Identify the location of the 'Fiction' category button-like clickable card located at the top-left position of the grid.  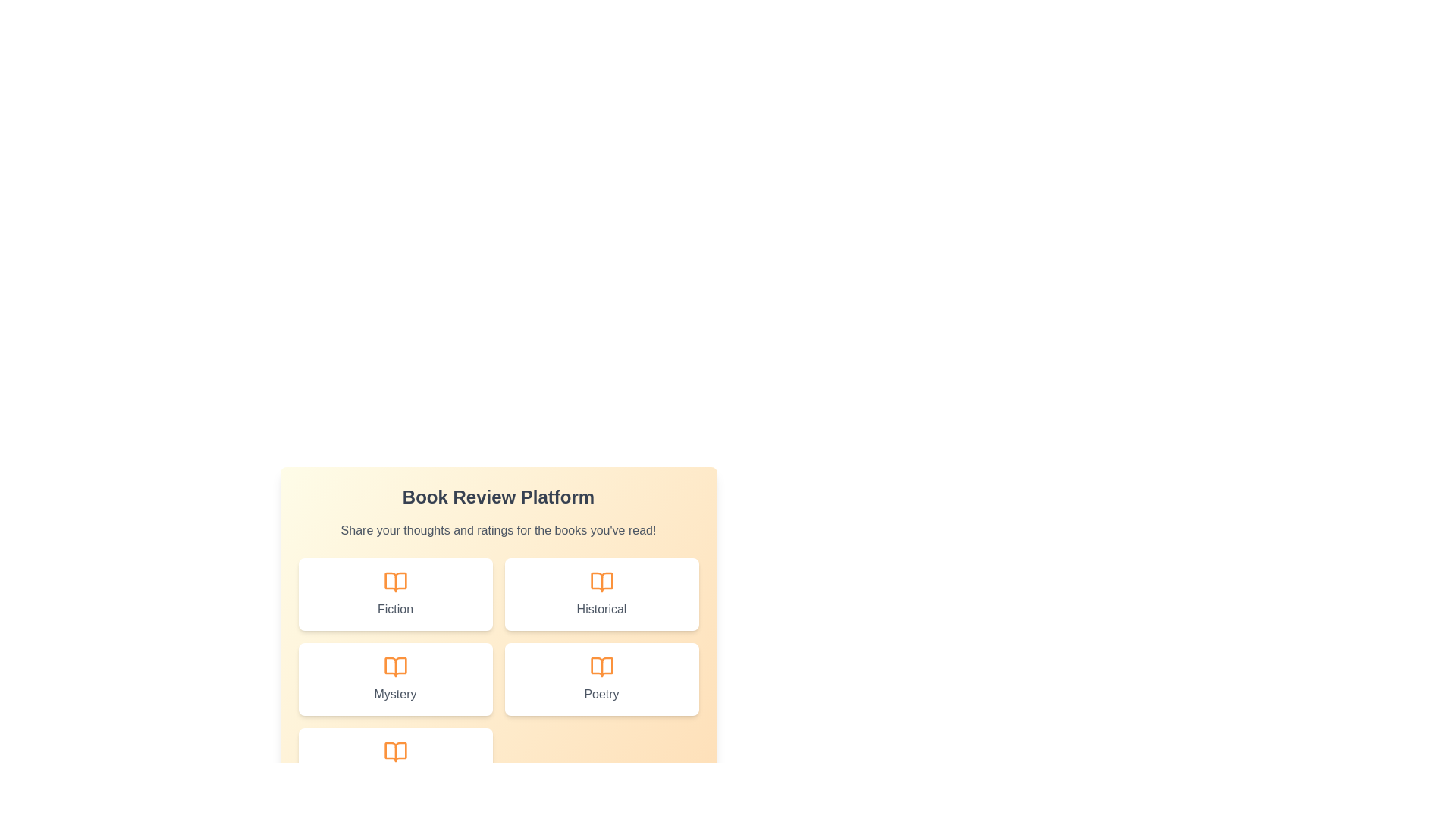
(395, 593).